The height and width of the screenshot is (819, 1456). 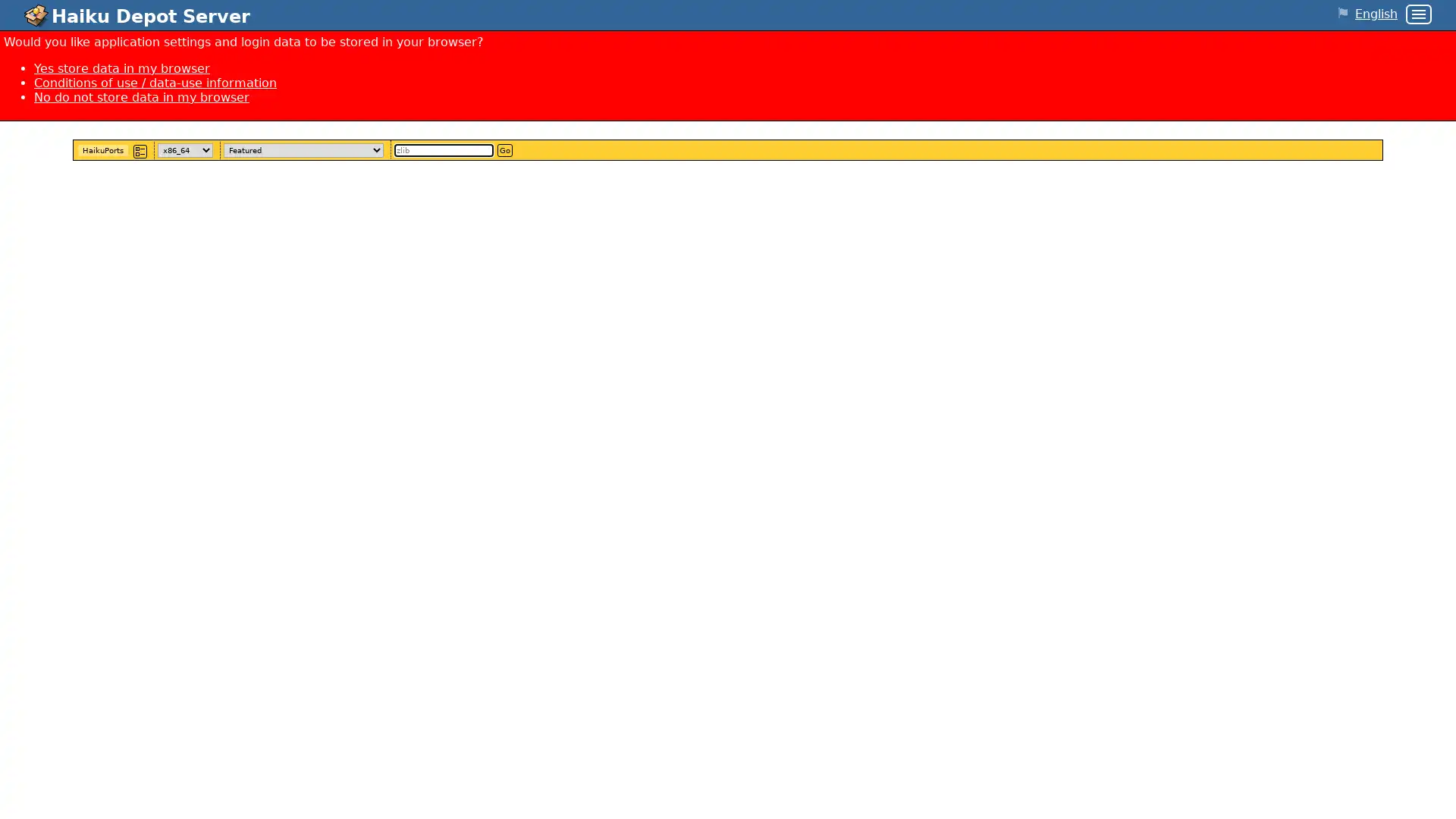 I want to click on Go, so click(x=505, y=150).